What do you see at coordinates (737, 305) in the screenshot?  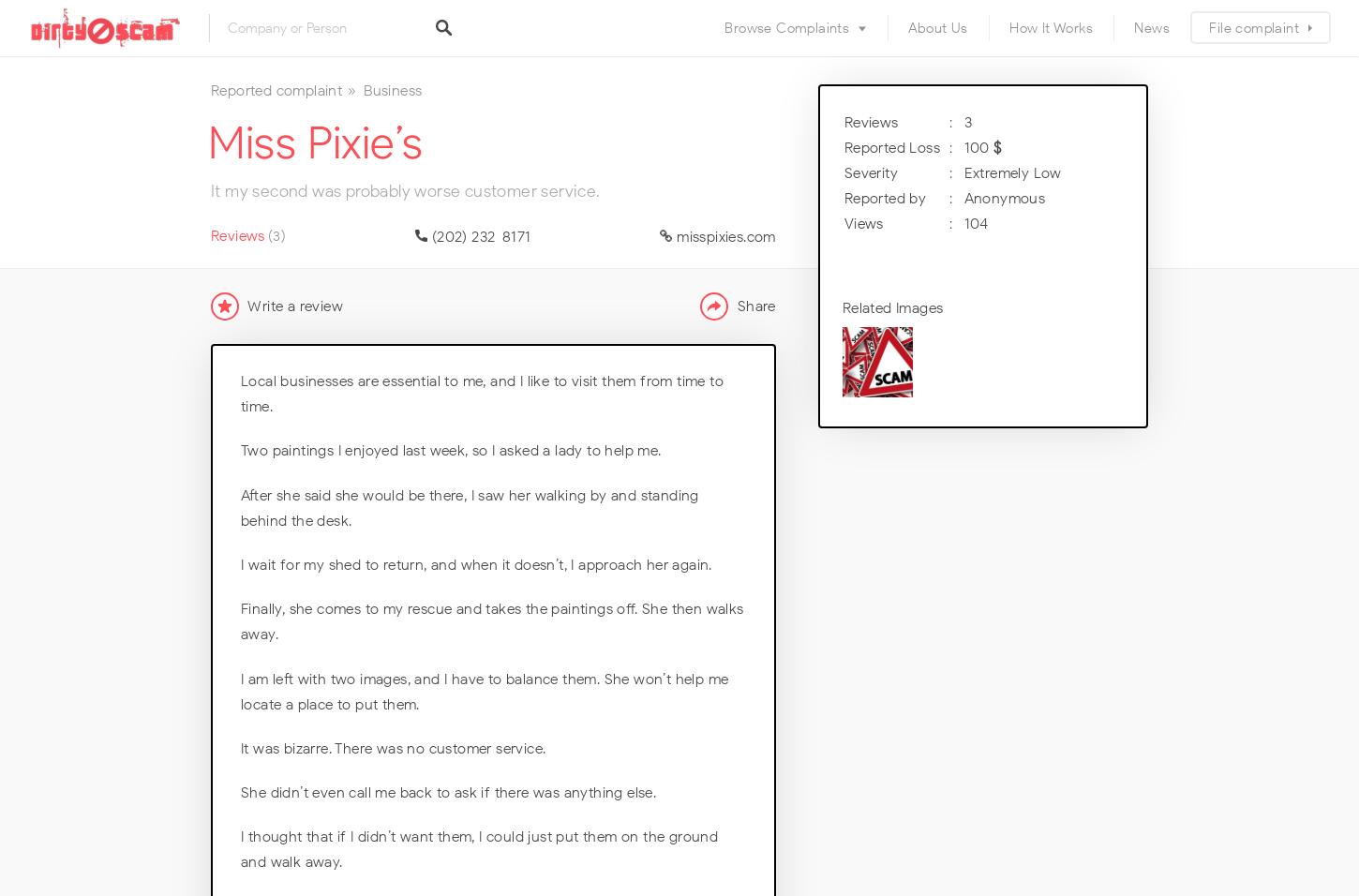 I see `'Share'` at bounding box center [737, 305].